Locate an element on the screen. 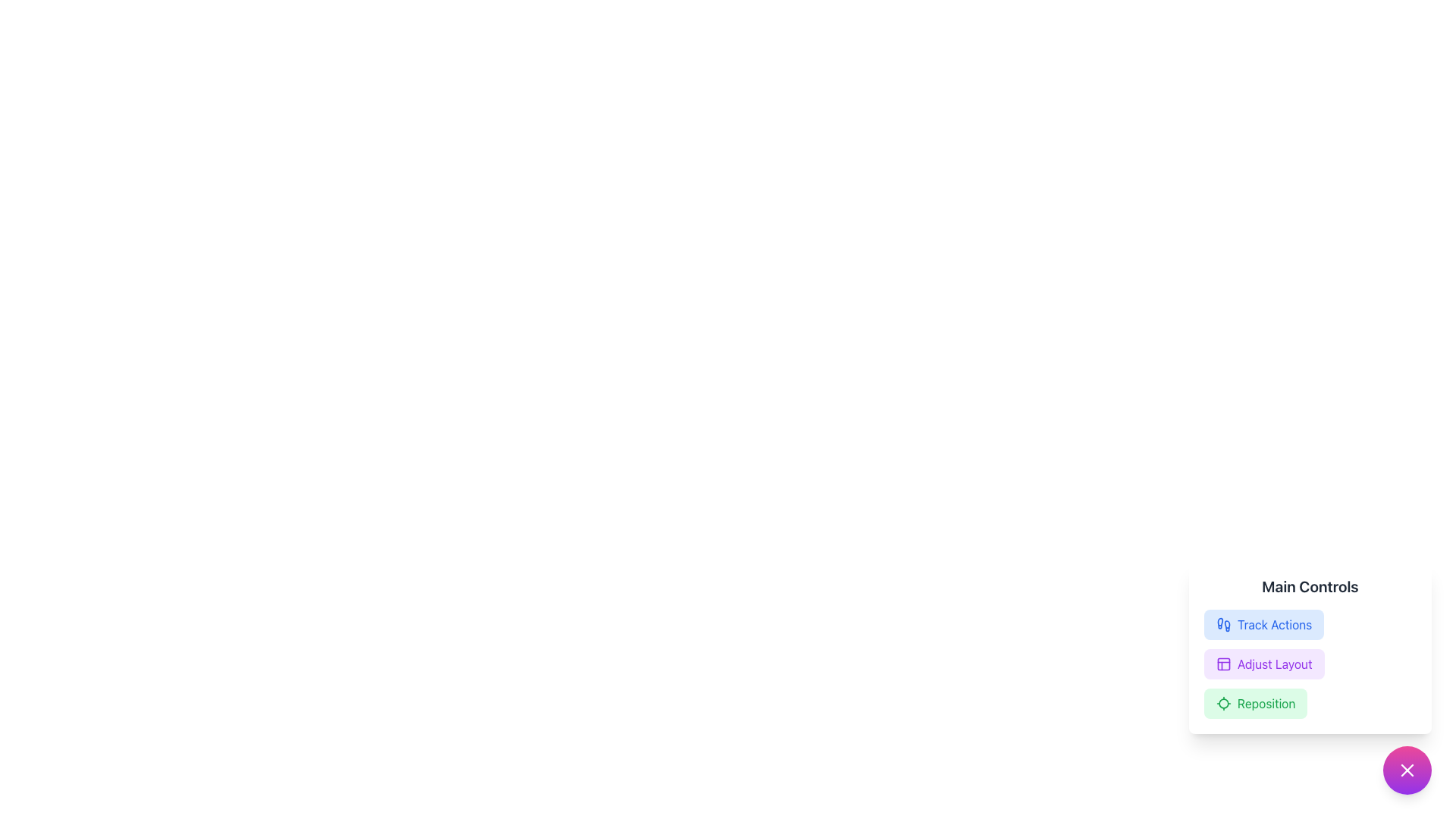 This screenshot has height=819, width=1456. the circular button with a gradient background and a white 'X' icon in the center is located at coordinates (1407, 770).